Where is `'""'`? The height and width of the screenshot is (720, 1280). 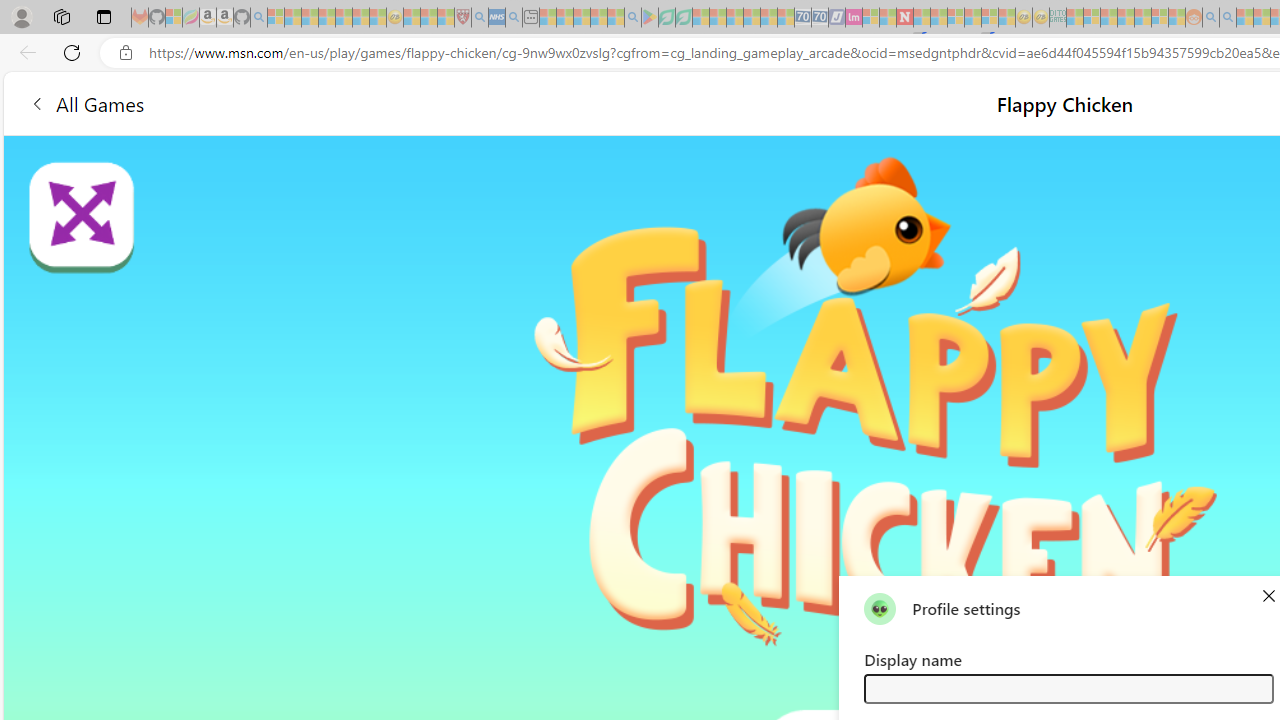
'""' is located at coordinates (880, 607).